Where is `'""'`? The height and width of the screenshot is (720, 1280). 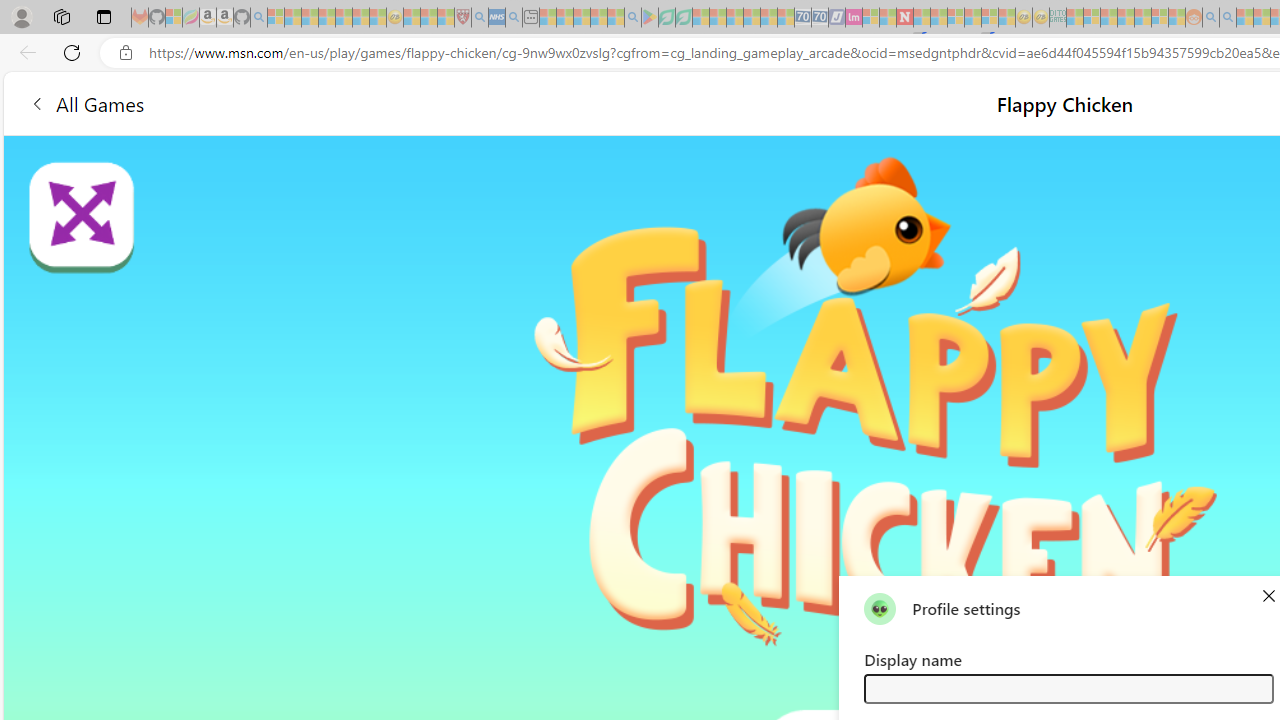
'""' is located at coordinates (880, 607).